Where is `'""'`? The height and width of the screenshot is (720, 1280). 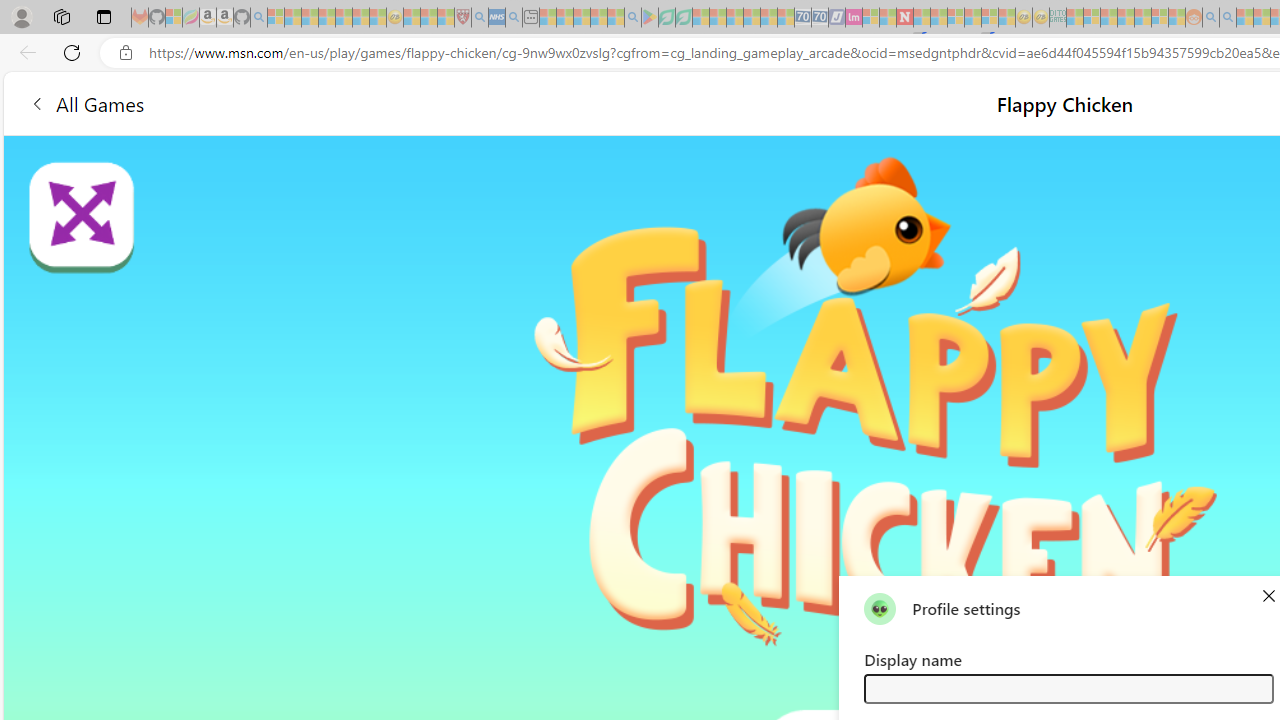
'""' is located at coordinates (880, 607).